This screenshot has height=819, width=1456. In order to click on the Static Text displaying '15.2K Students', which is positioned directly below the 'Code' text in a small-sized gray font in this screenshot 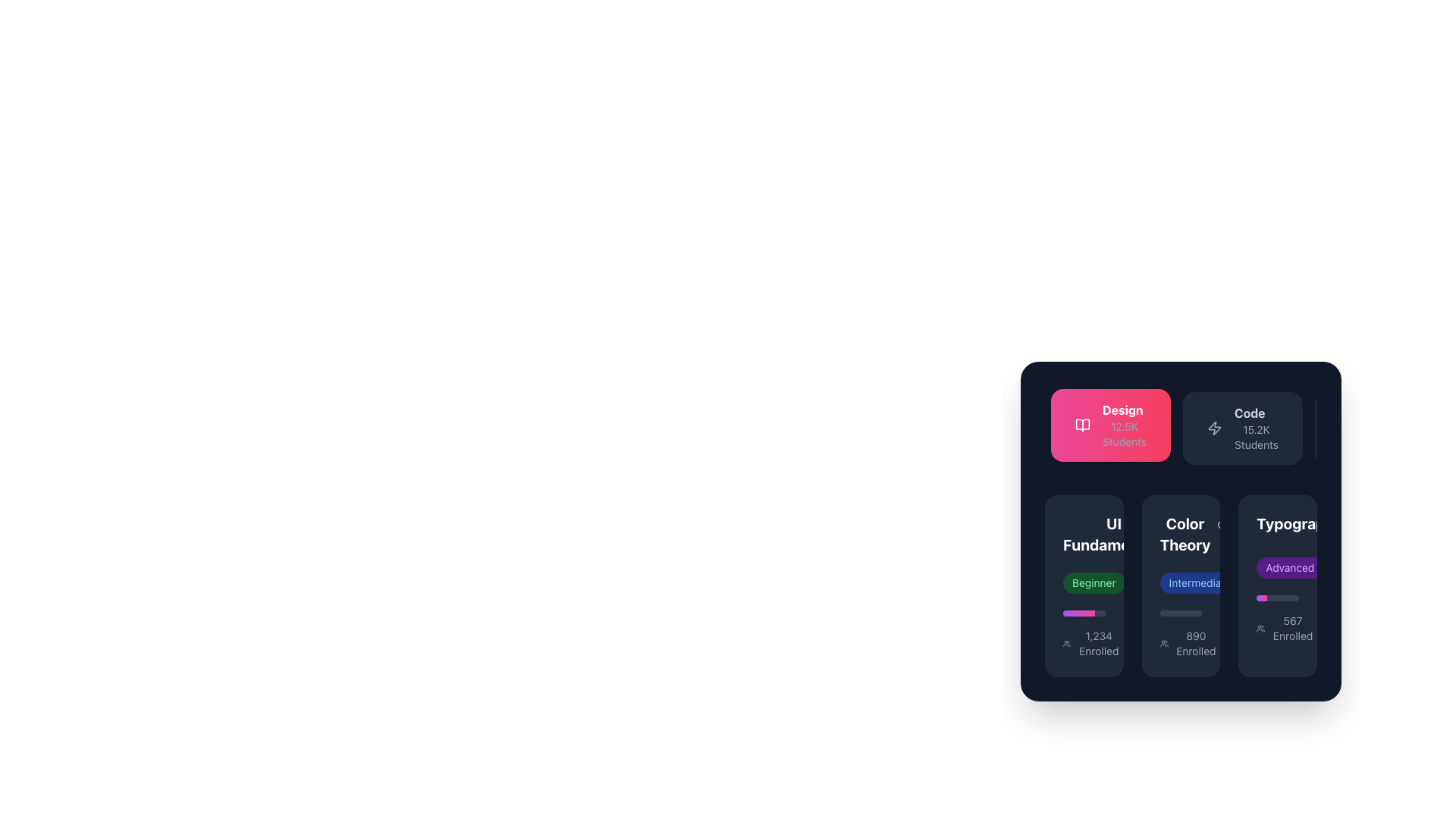, I will do `click(1256, 438)`.